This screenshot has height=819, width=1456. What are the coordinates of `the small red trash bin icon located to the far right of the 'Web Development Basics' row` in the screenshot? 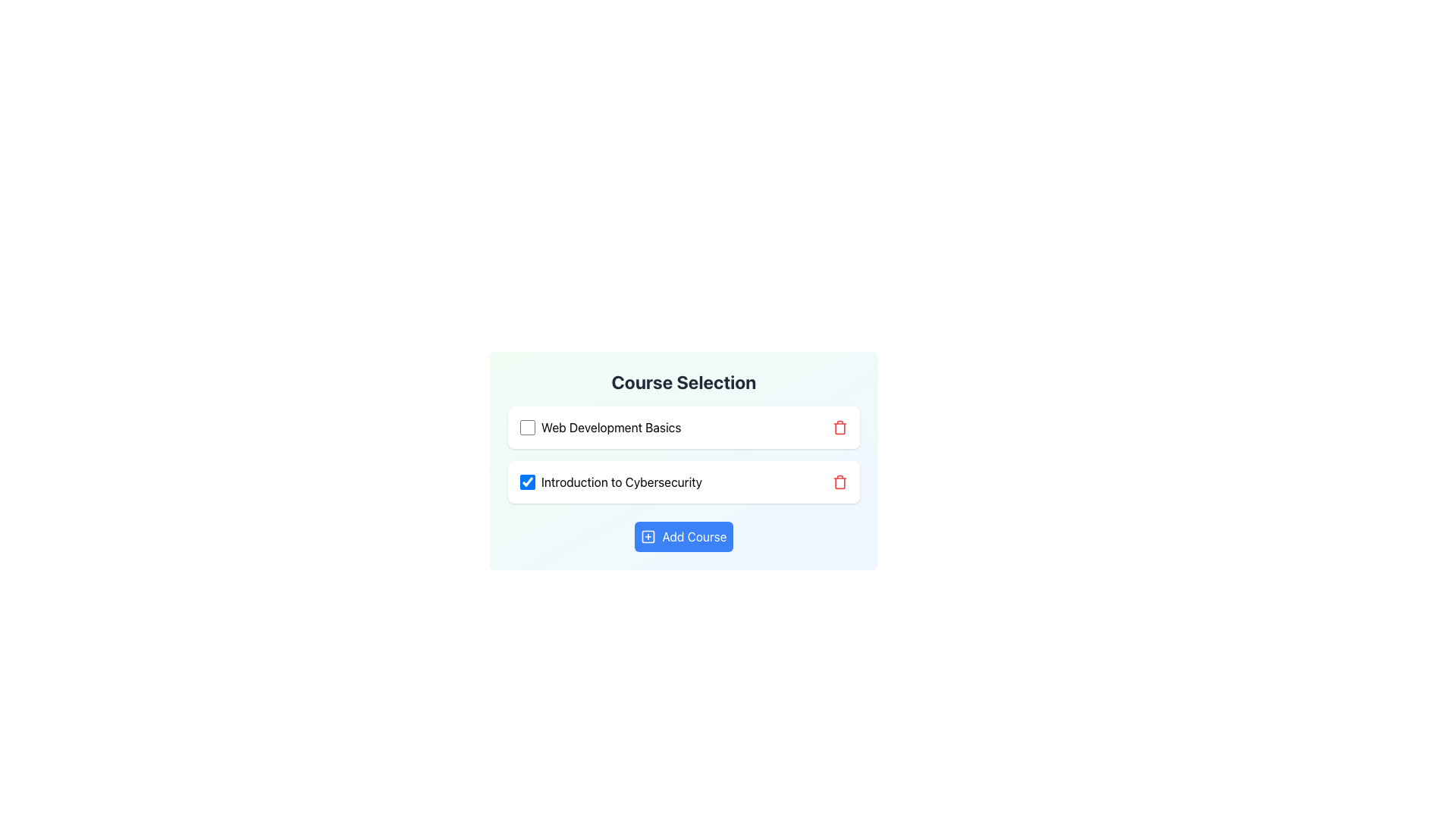 It's located at (839, 427).